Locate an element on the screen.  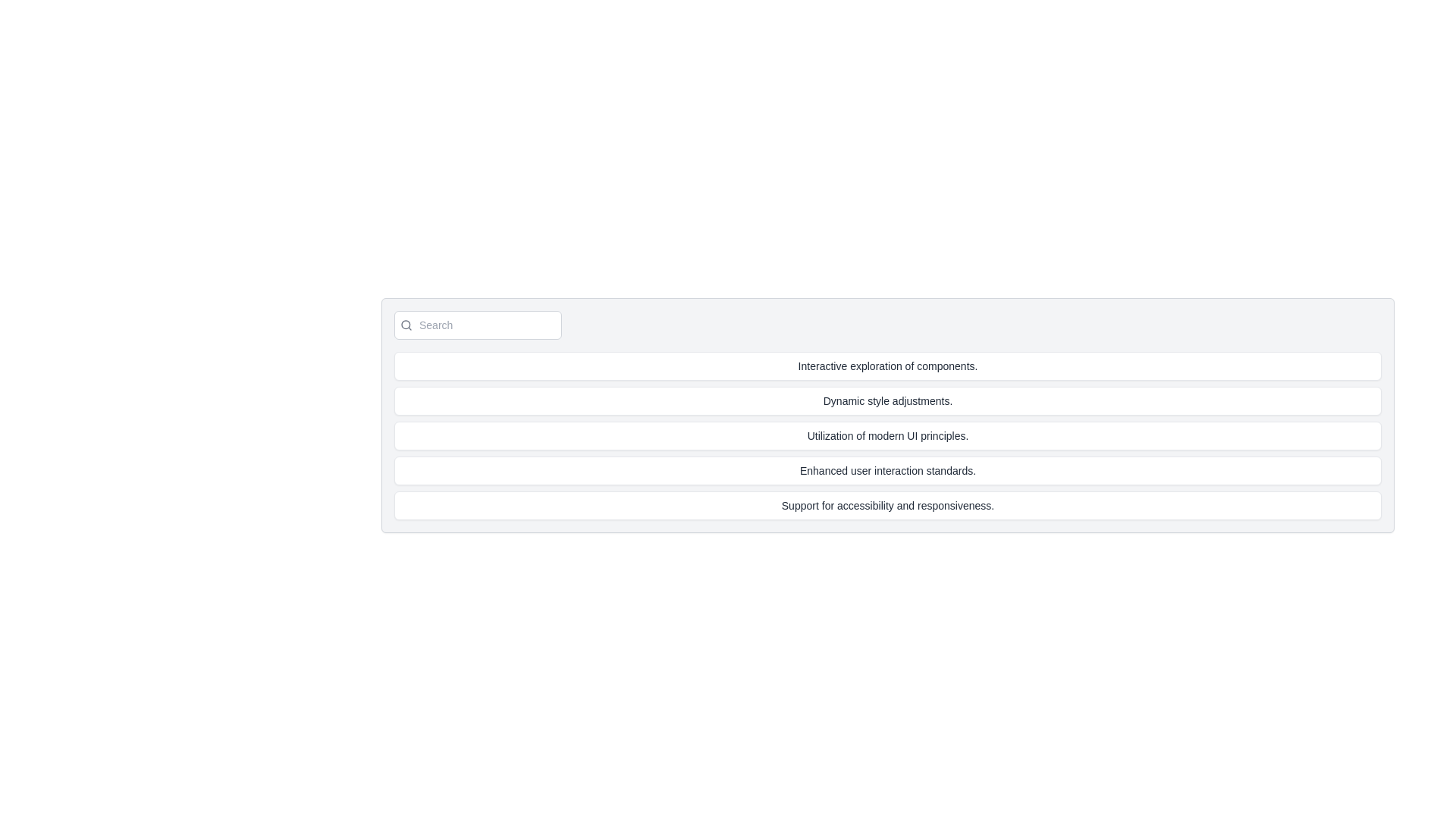
lowercase letter 'i' in the word 'Utilization' for its styling, located in the middle of the phrase 'Utilization of modern UI principles.' is located at coordinates (839, 435).